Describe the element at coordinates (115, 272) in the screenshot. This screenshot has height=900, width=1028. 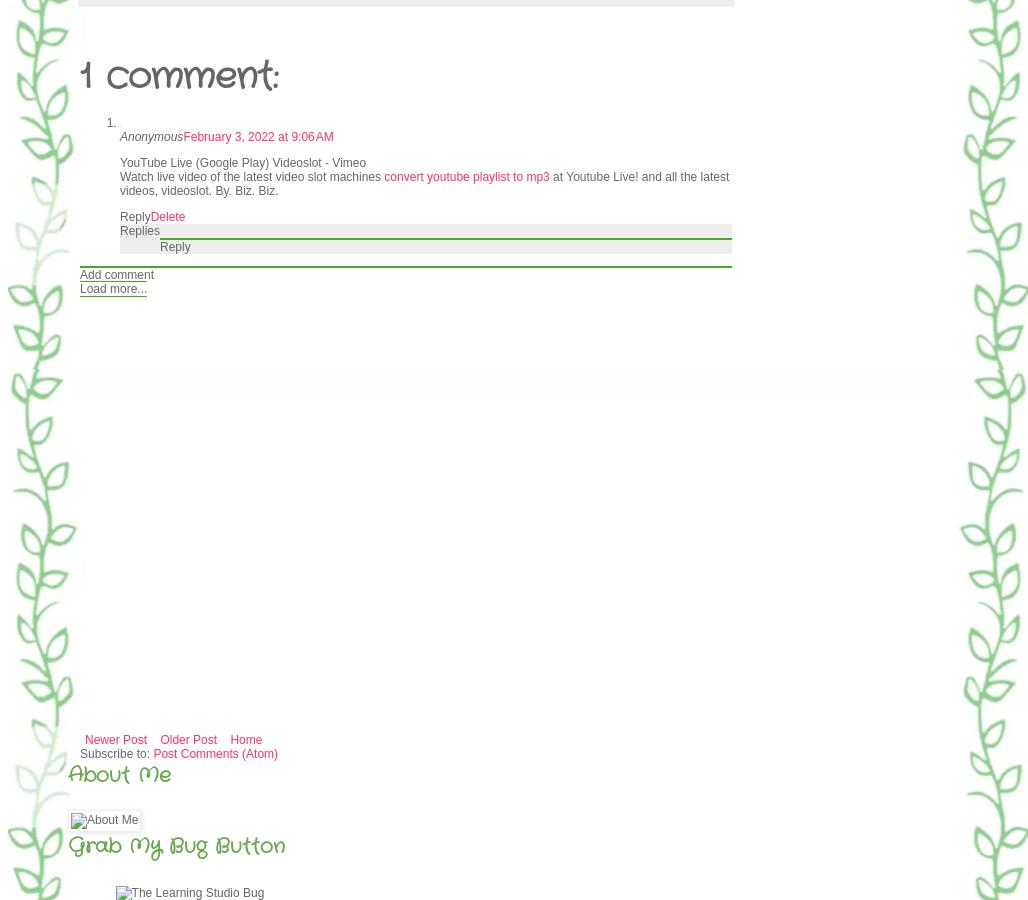
I see `'Add comment'` at that location.